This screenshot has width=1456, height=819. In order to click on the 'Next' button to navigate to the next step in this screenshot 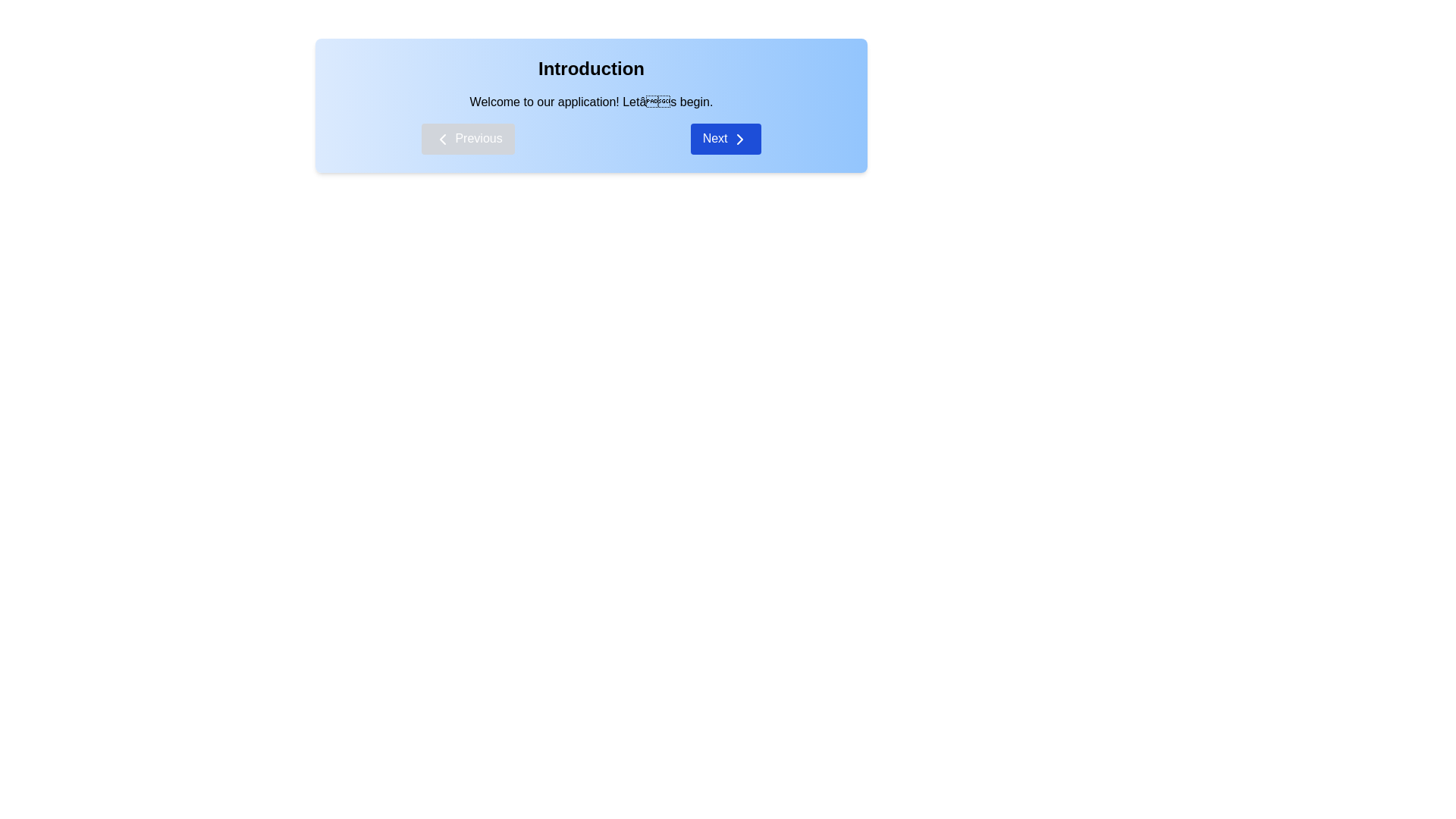, I will do `click(724, 138)`.